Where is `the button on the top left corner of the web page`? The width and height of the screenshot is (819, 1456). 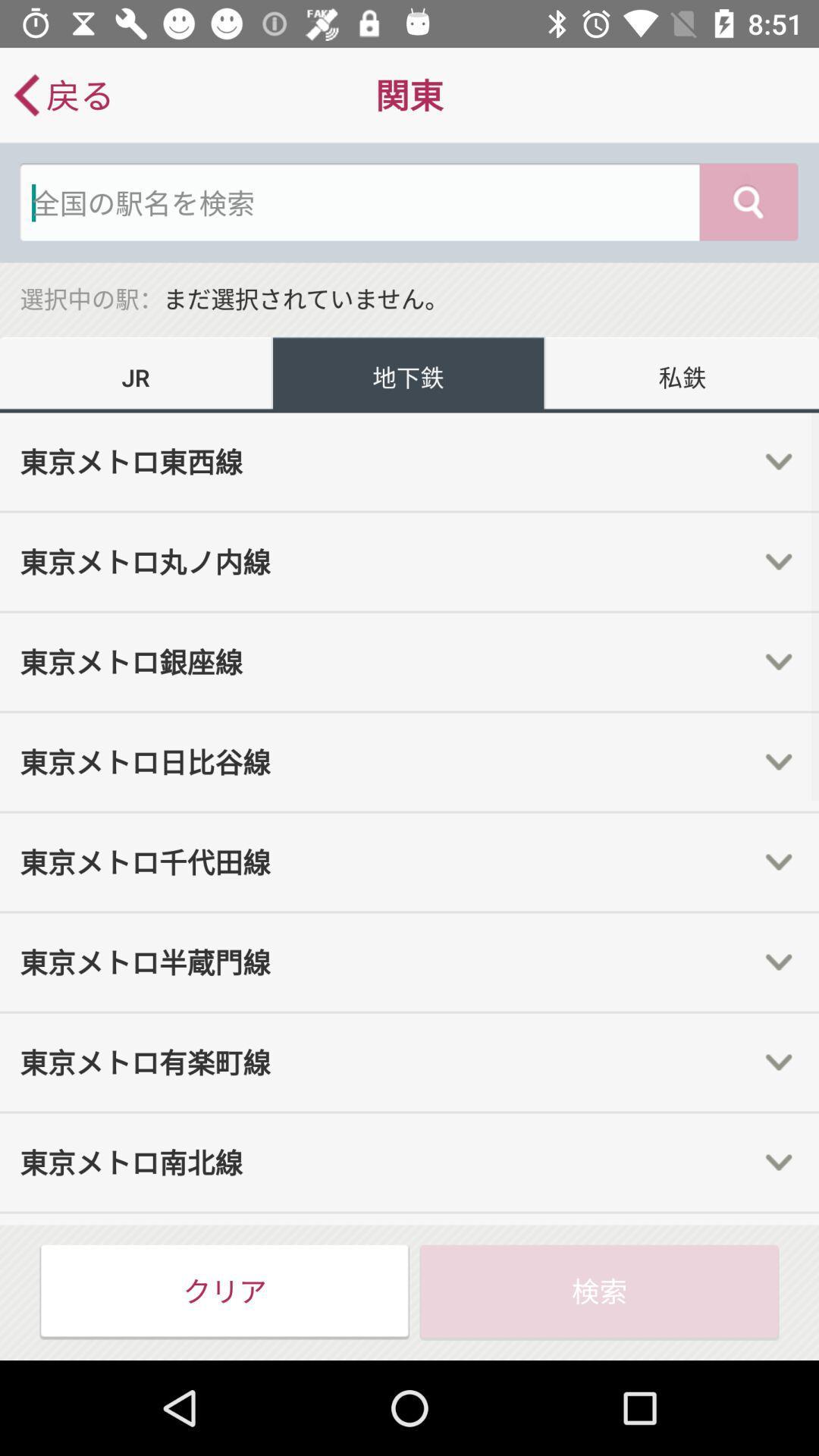 the button on the top left corner of the web page is located at coordinates (61, 94).